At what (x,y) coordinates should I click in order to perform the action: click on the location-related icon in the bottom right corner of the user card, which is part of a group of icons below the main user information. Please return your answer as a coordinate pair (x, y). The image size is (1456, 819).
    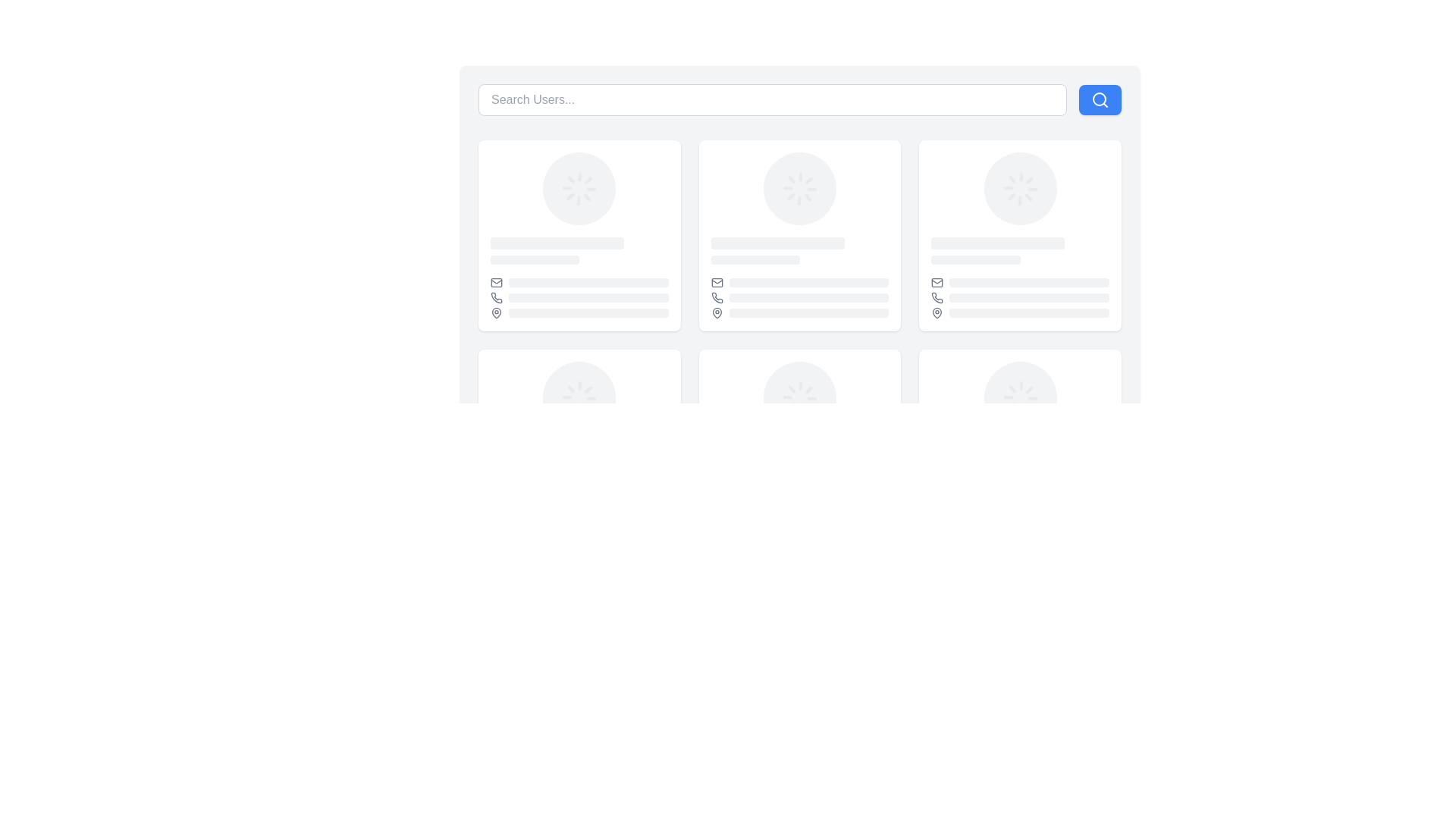
    Looking at the image, I should click on (937, 312).